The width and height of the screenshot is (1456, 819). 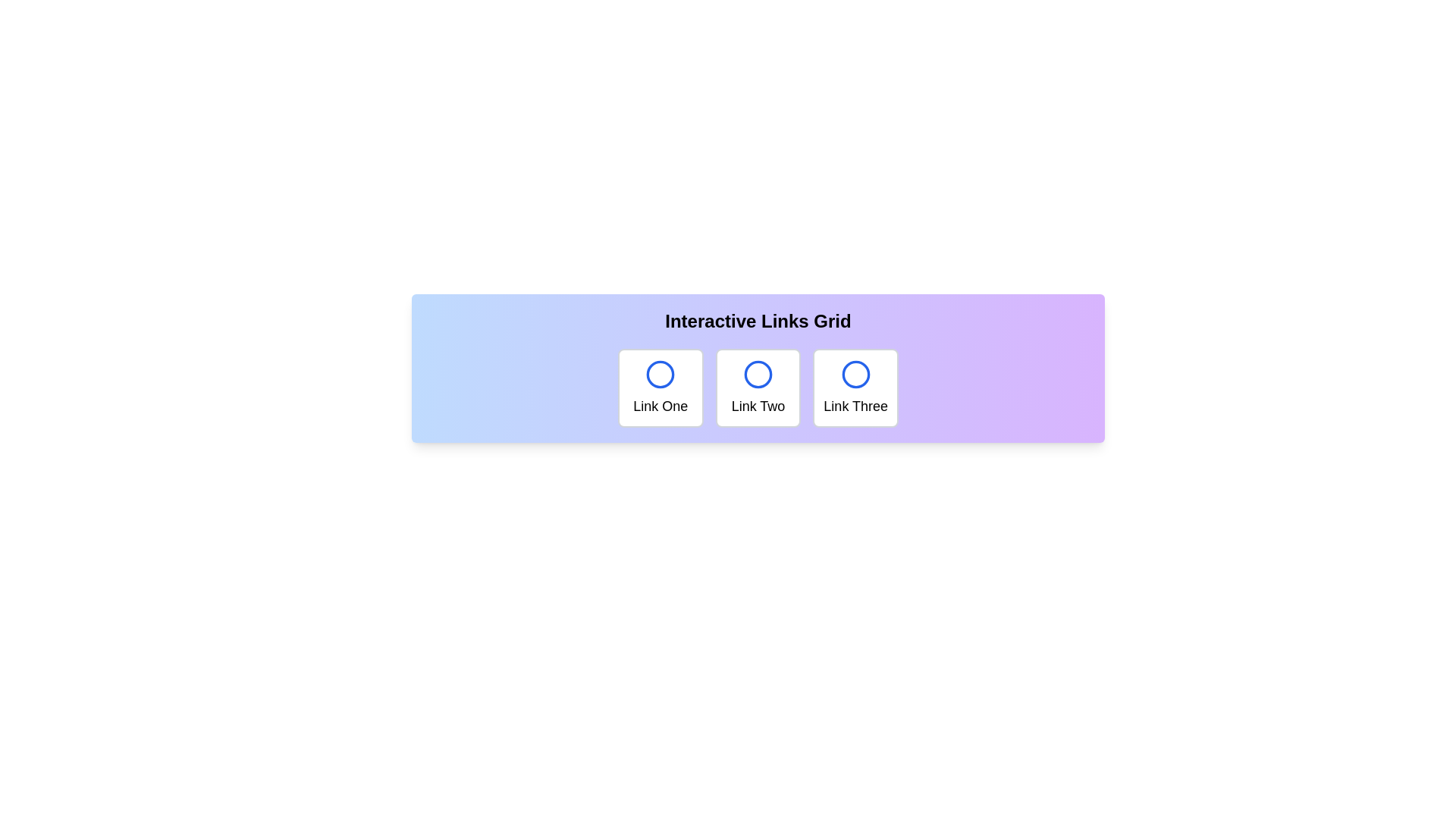 What do you see at coordinates (758, 374) in the screenshot?
I see `the circular decorative icon associated with the button labeled 'Link Two', which is centrally located in a row of three buttons` at bounding box center [758, 374].